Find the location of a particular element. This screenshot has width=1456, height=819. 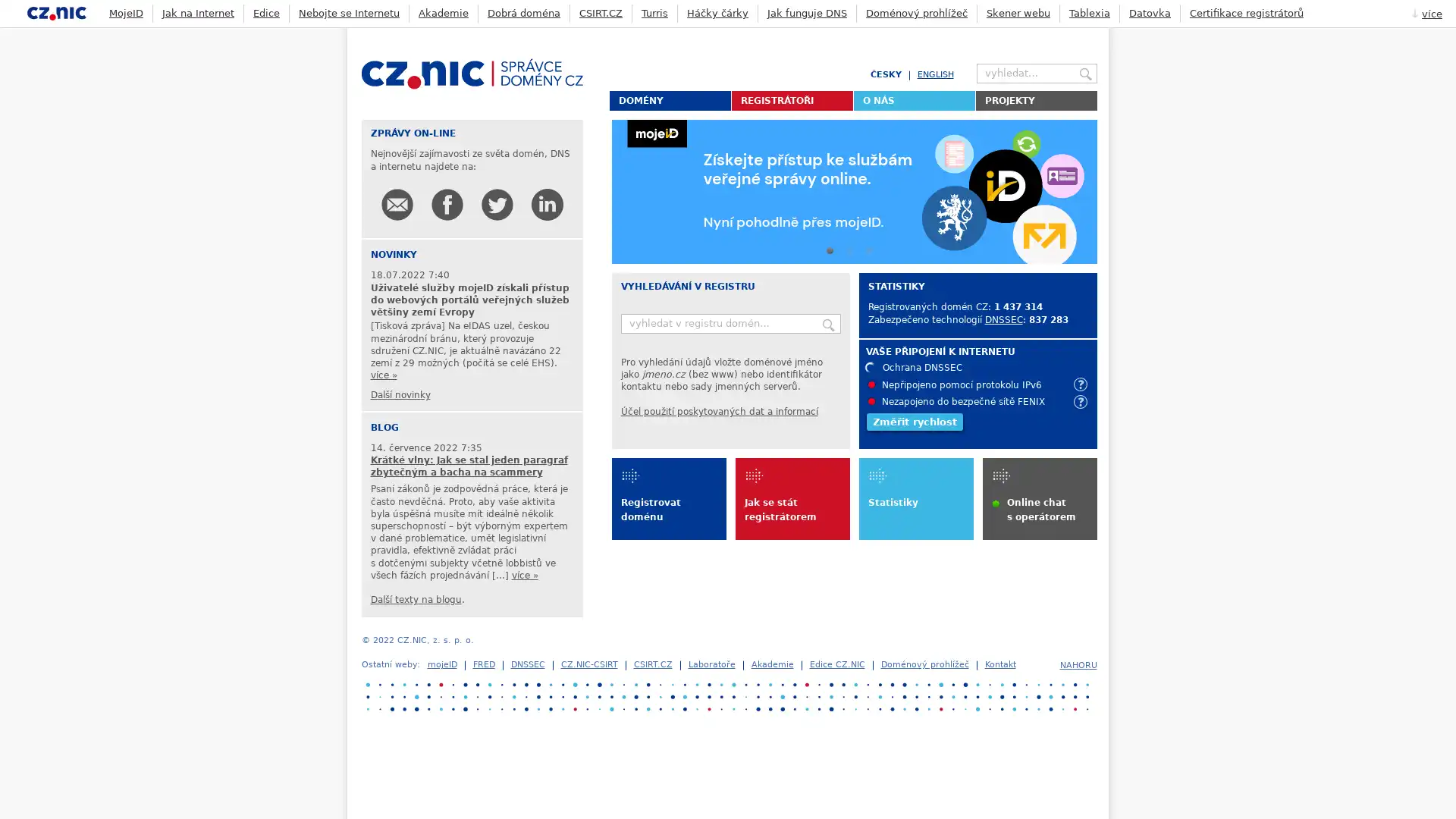

info is located at coordinates (1080, 383).